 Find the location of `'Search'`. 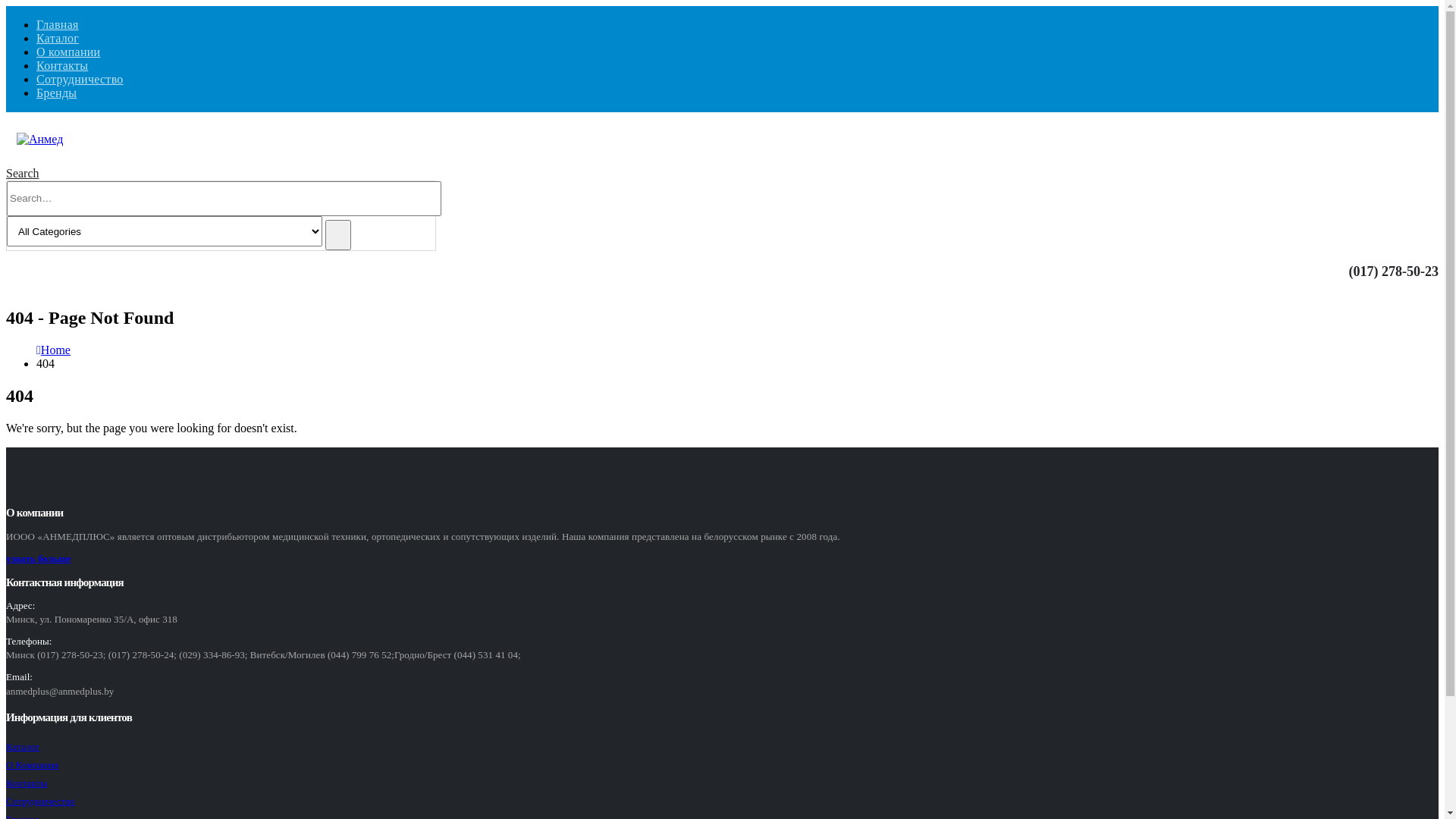

'Search' is located at coordinates (22, 172).